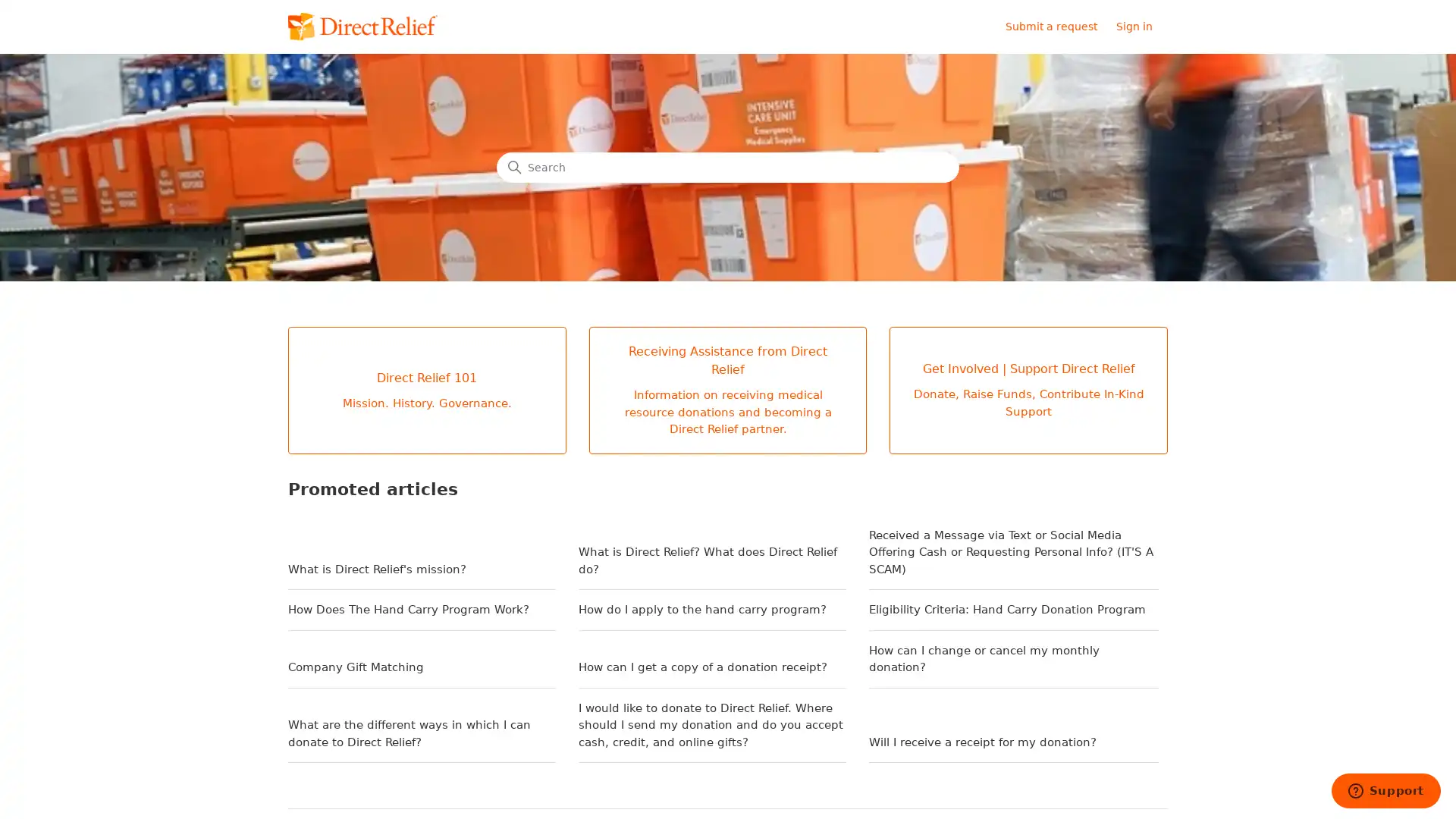  What do you see at coordinates (1142, 27) in the screenshot?
I see `Sign in` at bounding box center [1142, 27].